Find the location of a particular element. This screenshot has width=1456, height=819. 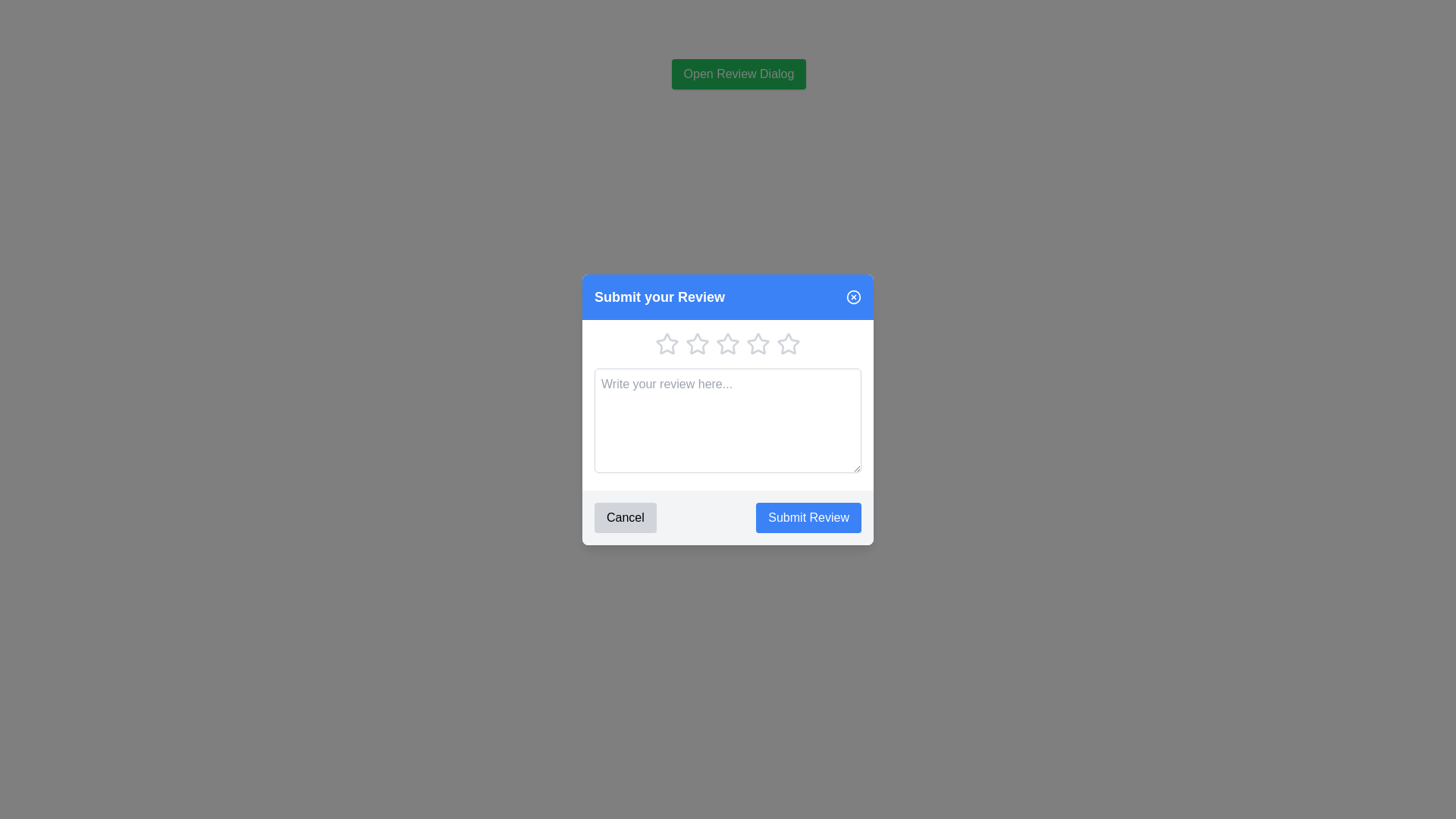

the button located near the top center of the interface is located at coordinates (739, 74).